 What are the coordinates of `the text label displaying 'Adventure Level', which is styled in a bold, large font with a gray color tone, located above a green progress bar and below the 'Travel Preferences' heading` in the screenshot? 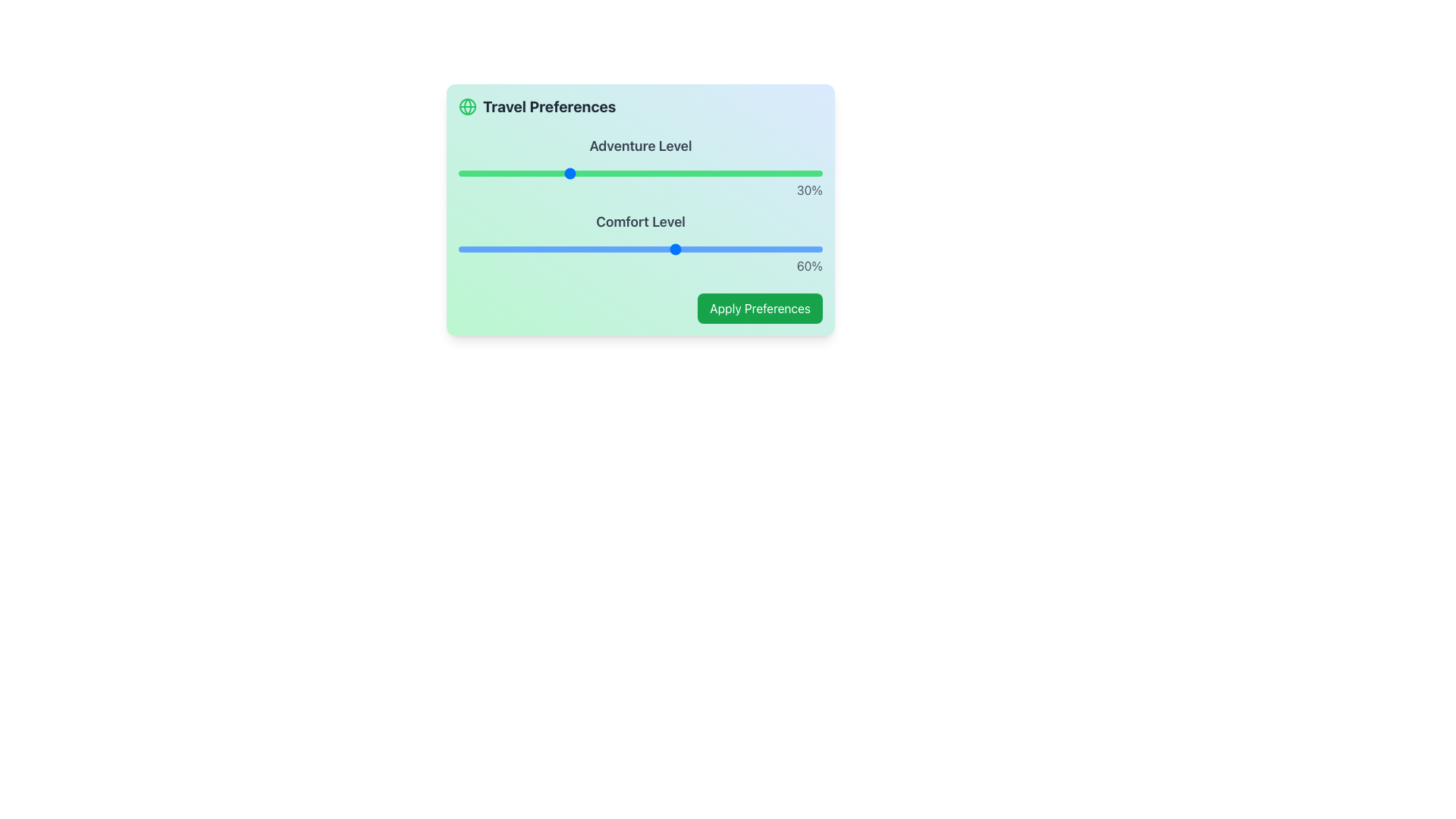 It's located at (640, 146).